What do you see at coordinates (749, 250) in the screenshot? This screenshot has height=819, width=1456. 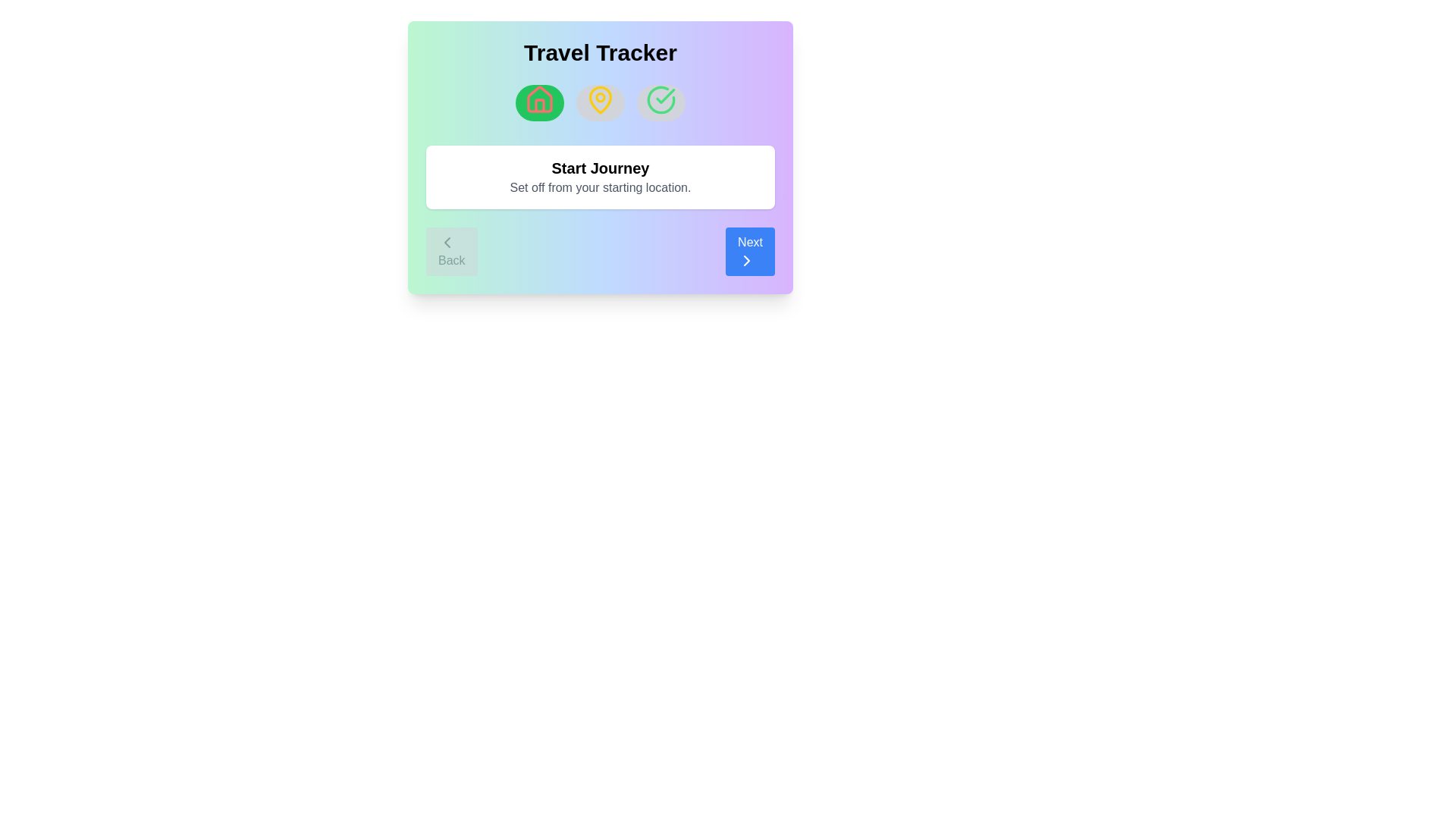 I see `the 'Next' button to proceed to the next step` at bounding box center [749, 250].